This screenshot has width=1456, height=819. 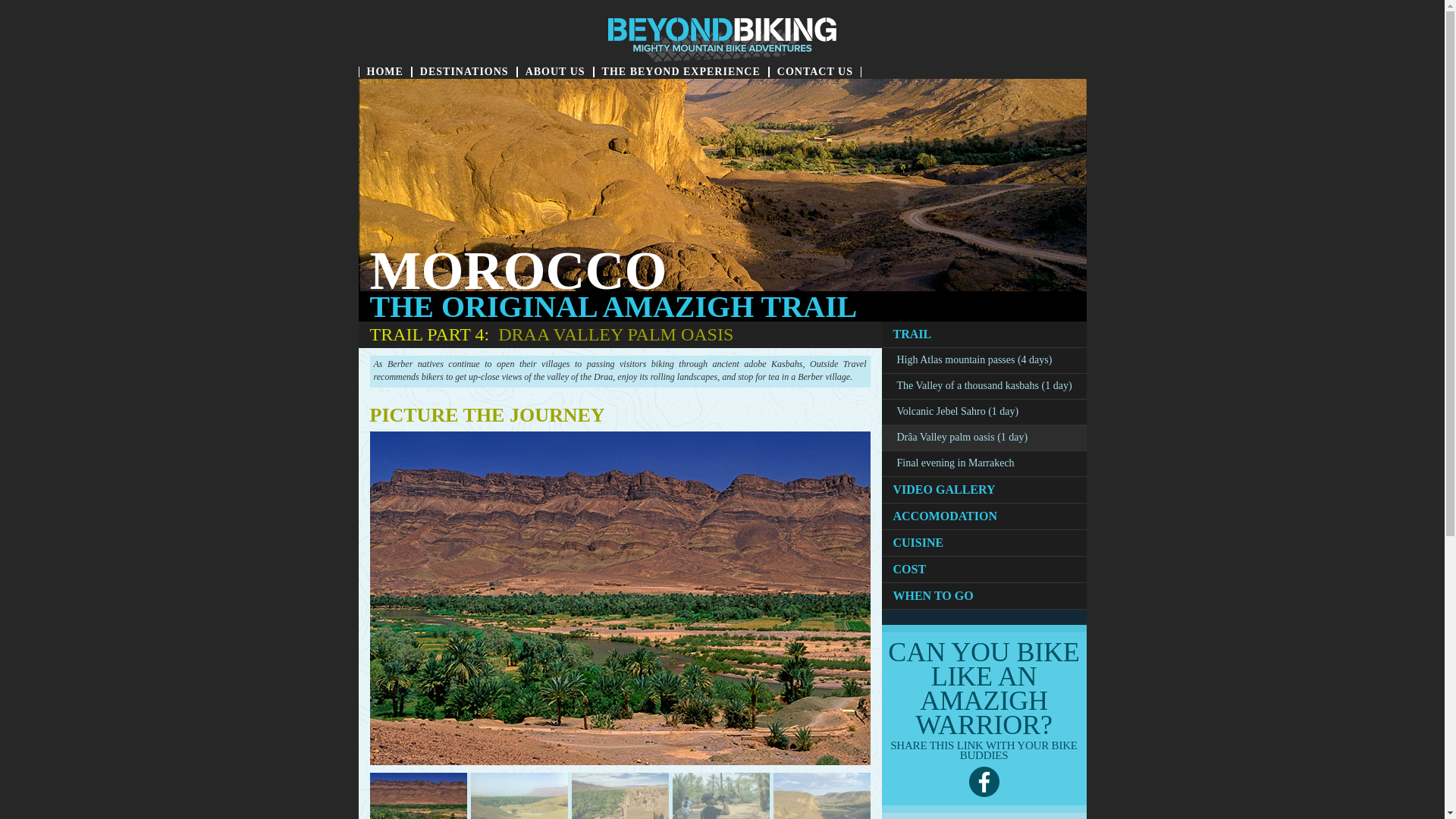 I want to click on 'Volcanic Jebel Sahro (1 day)', so click(x=983, y=412).